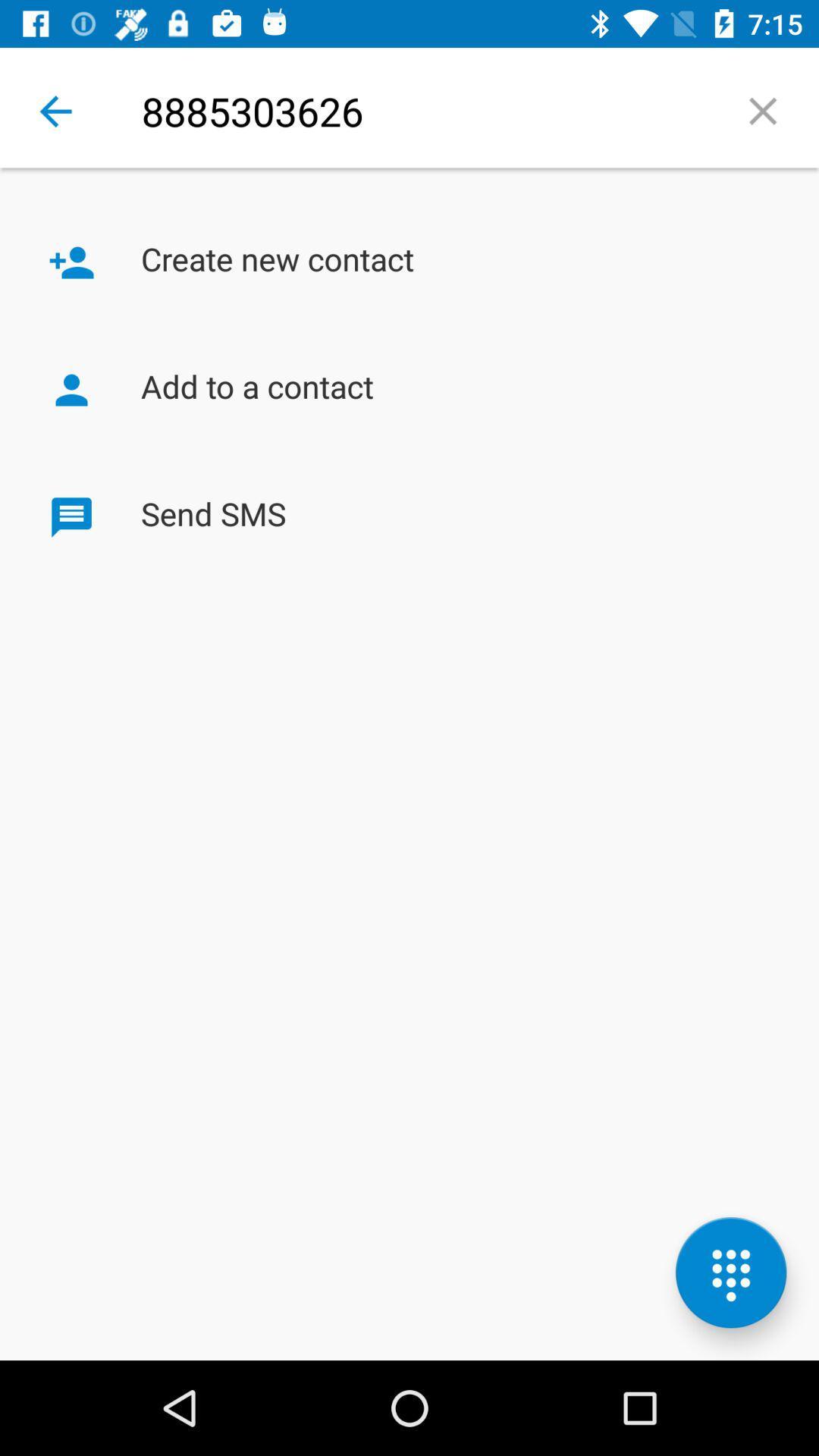 This screenshot has width=819, height=1456. Describe the element at coordinates (730, 1272) in the screenshot. I see `the dialpad icon` at that location.